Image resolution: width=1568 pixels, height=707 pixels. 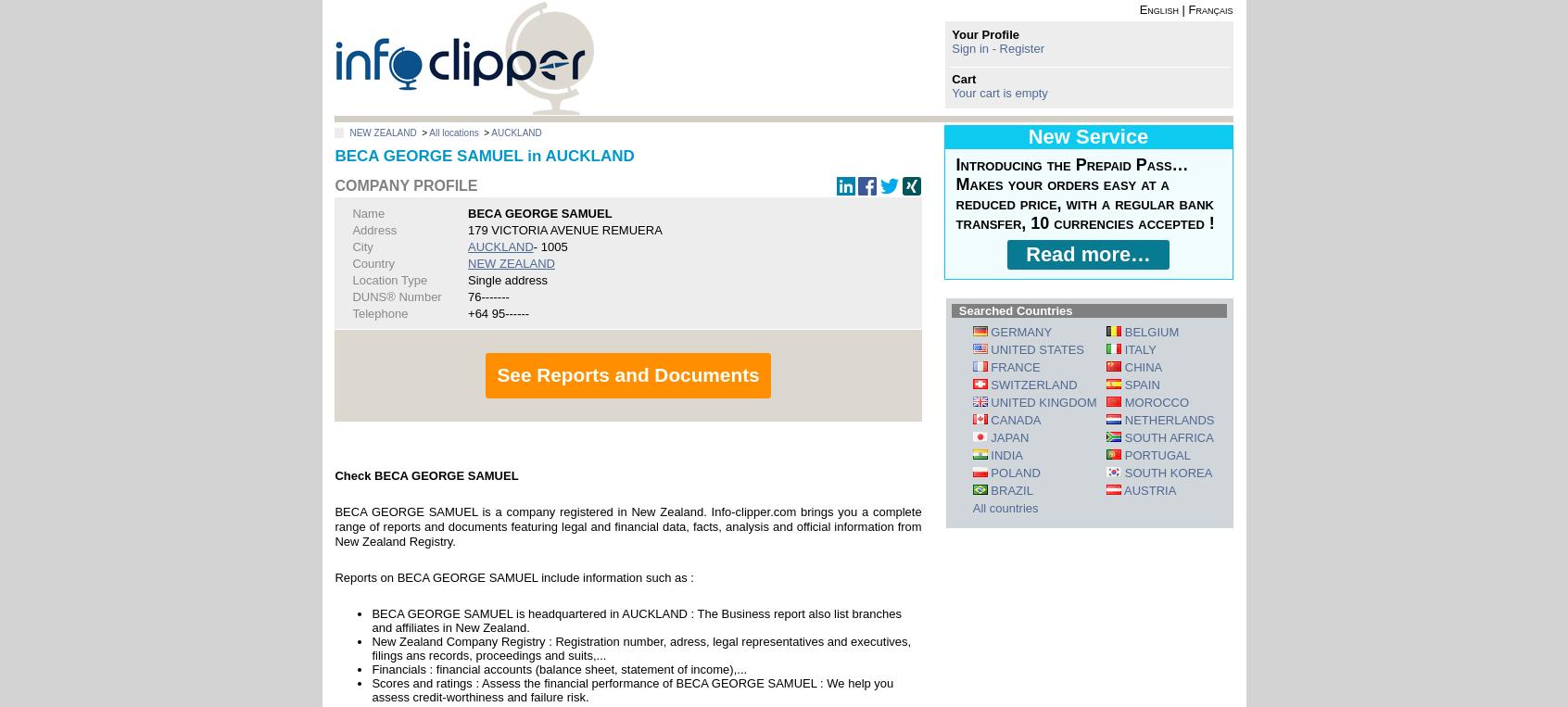 I want to click on 'New Zealand Company Registry : Registration number, adress, legal representatives and executives, filings ans records, proceedings and suits,...', so click(x=641, y=646).